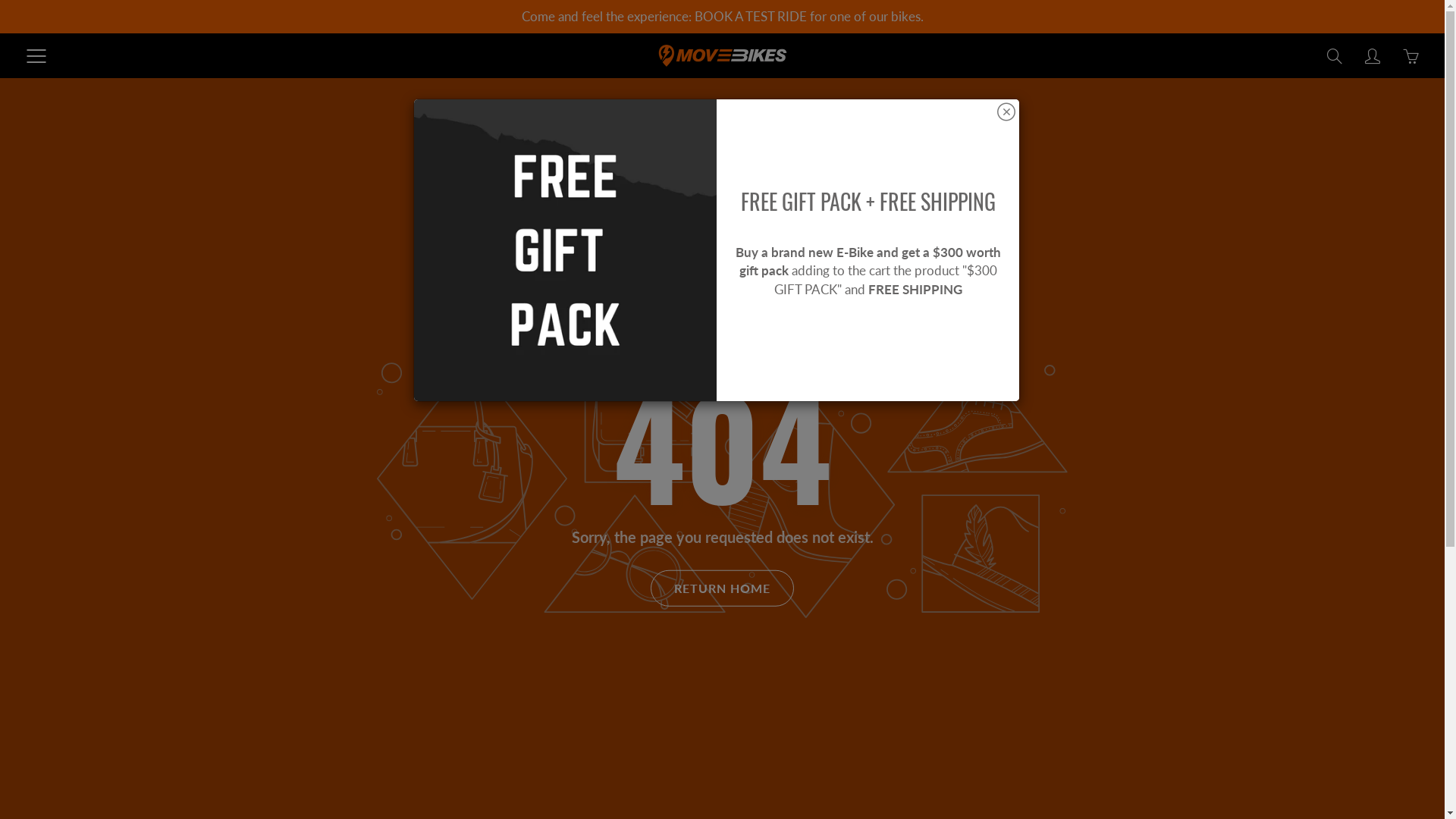 Image resolution: width=1456 pixels, height=819 pixels. What do you see at coordinates (1398, 55) in the screenshot?
I see `'You have 0 items in your cart'` at bounding box center [1398, 55].